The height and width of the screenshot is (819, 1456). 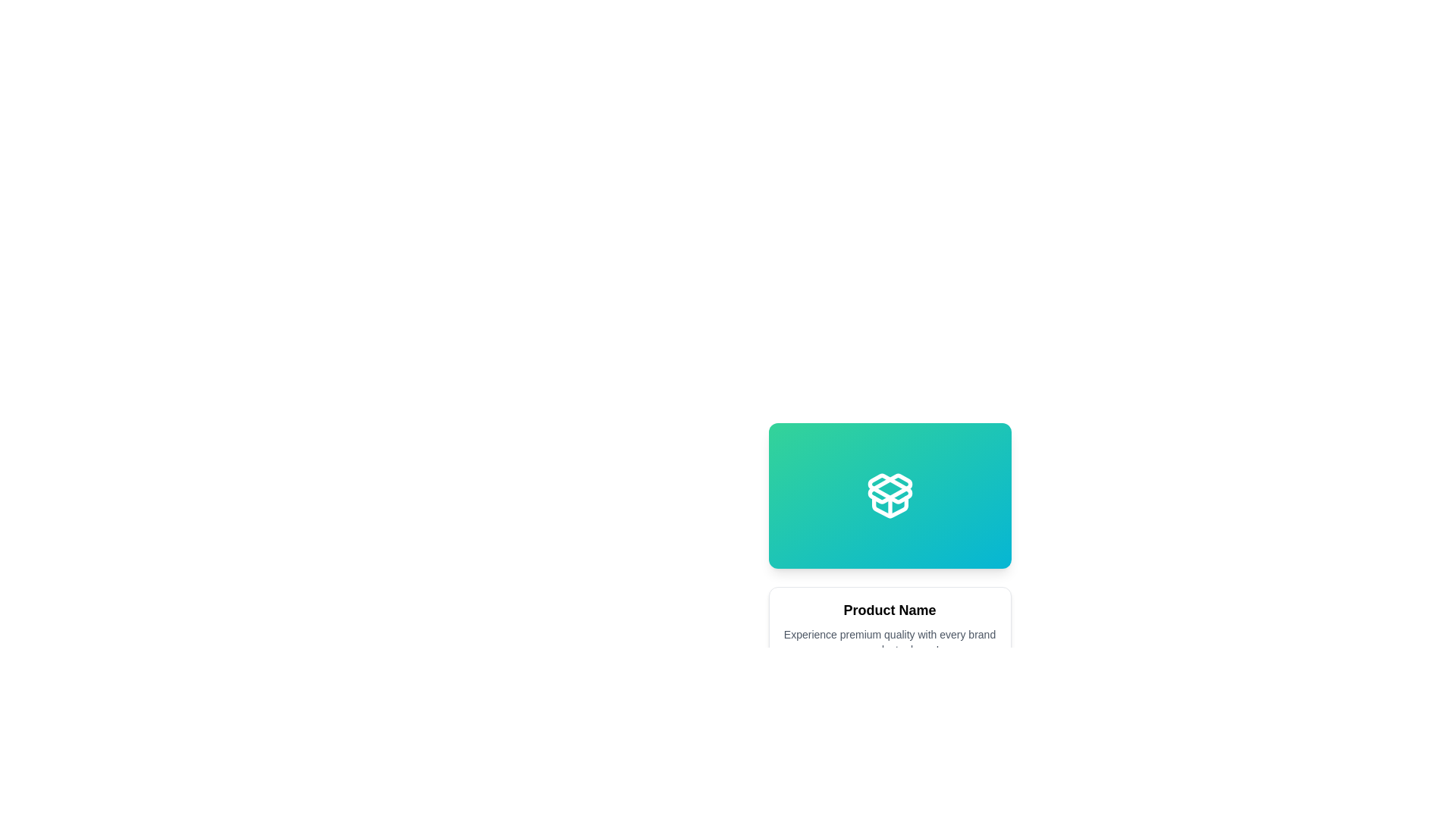 What do you see at coordinates (890, 642) in the screenshot?
I see `the descriptive text block located below the 'Product Name' text and above the price and button section within the card layout` at bounding box center [890, 642].